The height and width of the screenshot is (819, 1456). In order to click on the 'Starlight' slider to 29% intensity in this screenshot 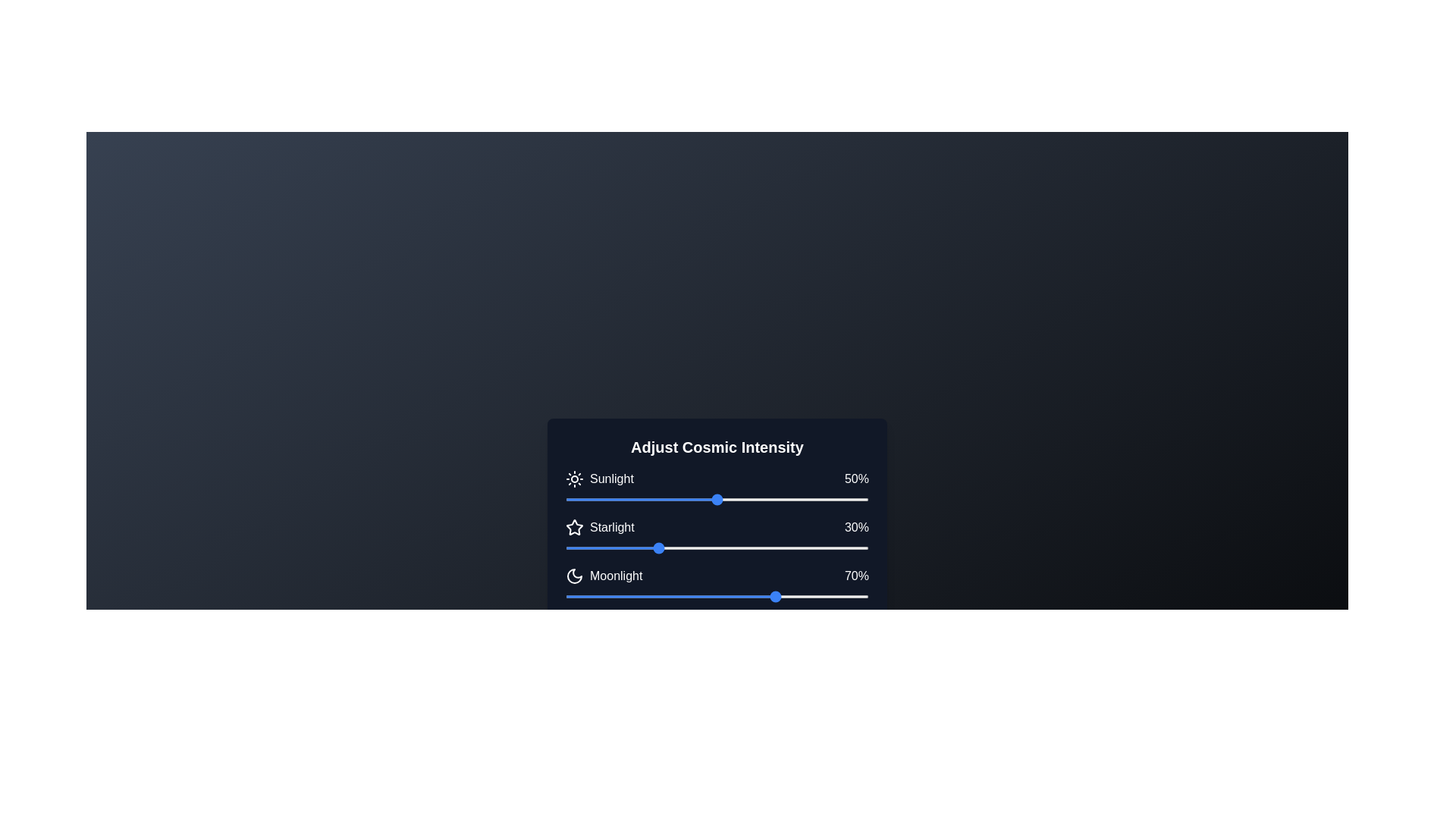, I will do `click(654, 548)`.